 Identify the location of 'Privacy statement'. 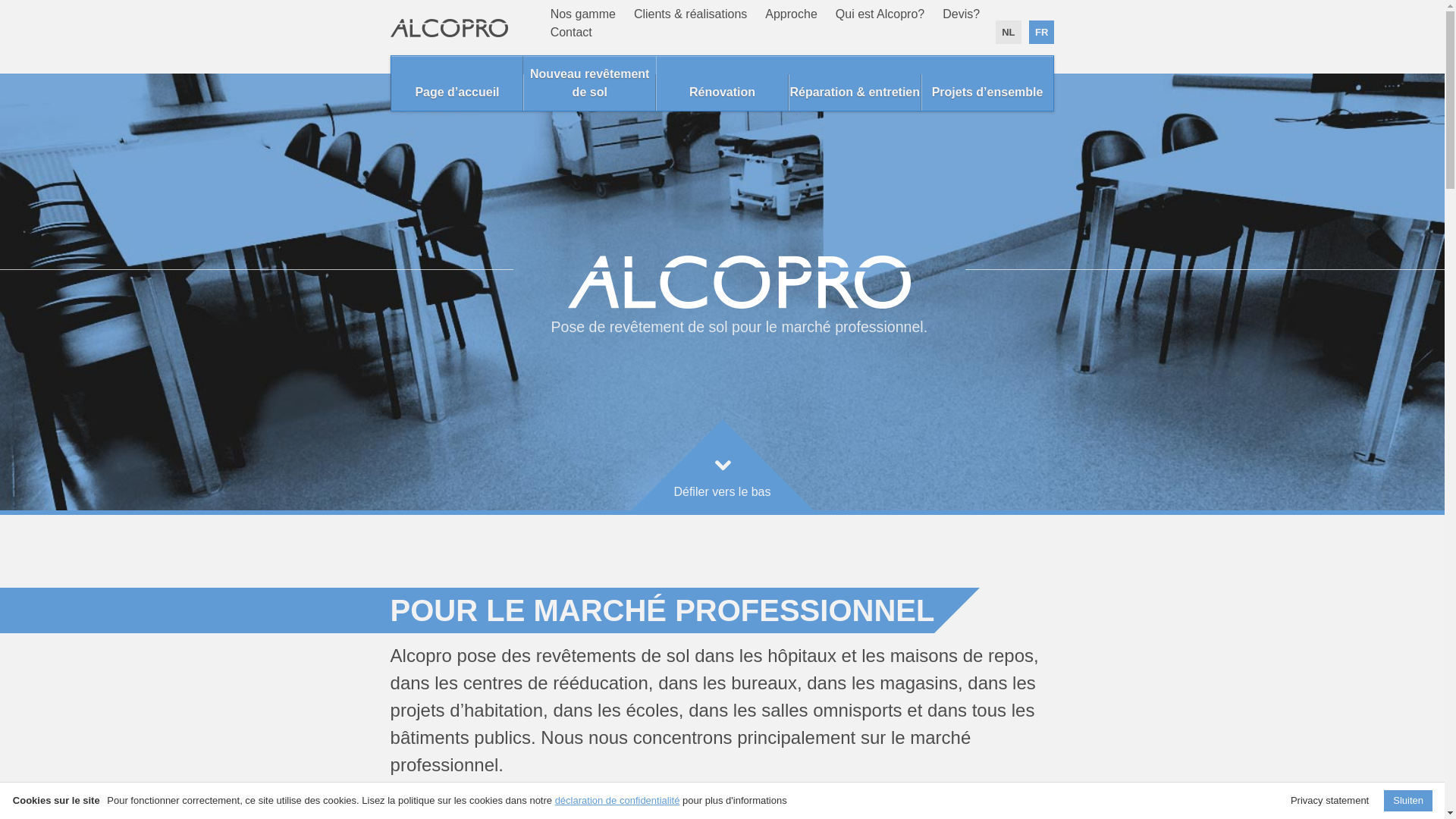
(1280, 800).